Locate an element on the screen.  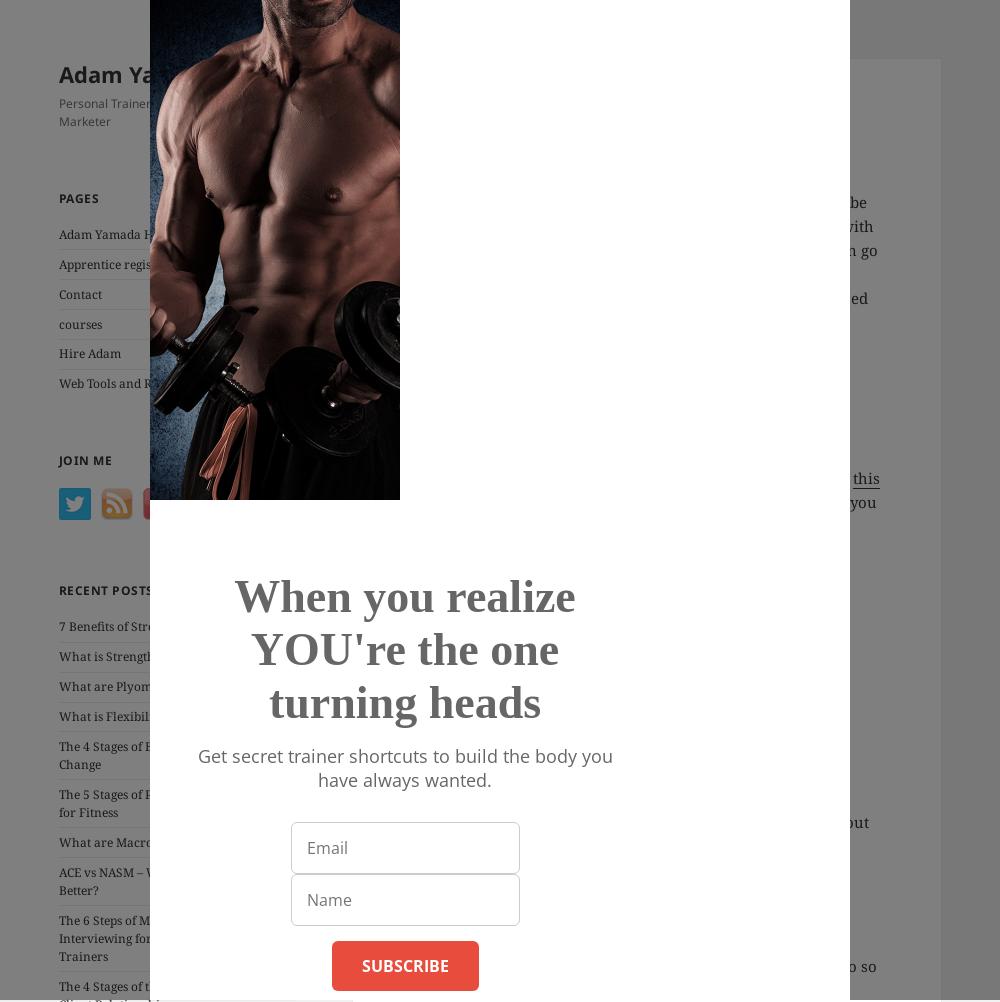
'The 5 Stages of Process Change for Fitness' is located at coordinates (144, 801).